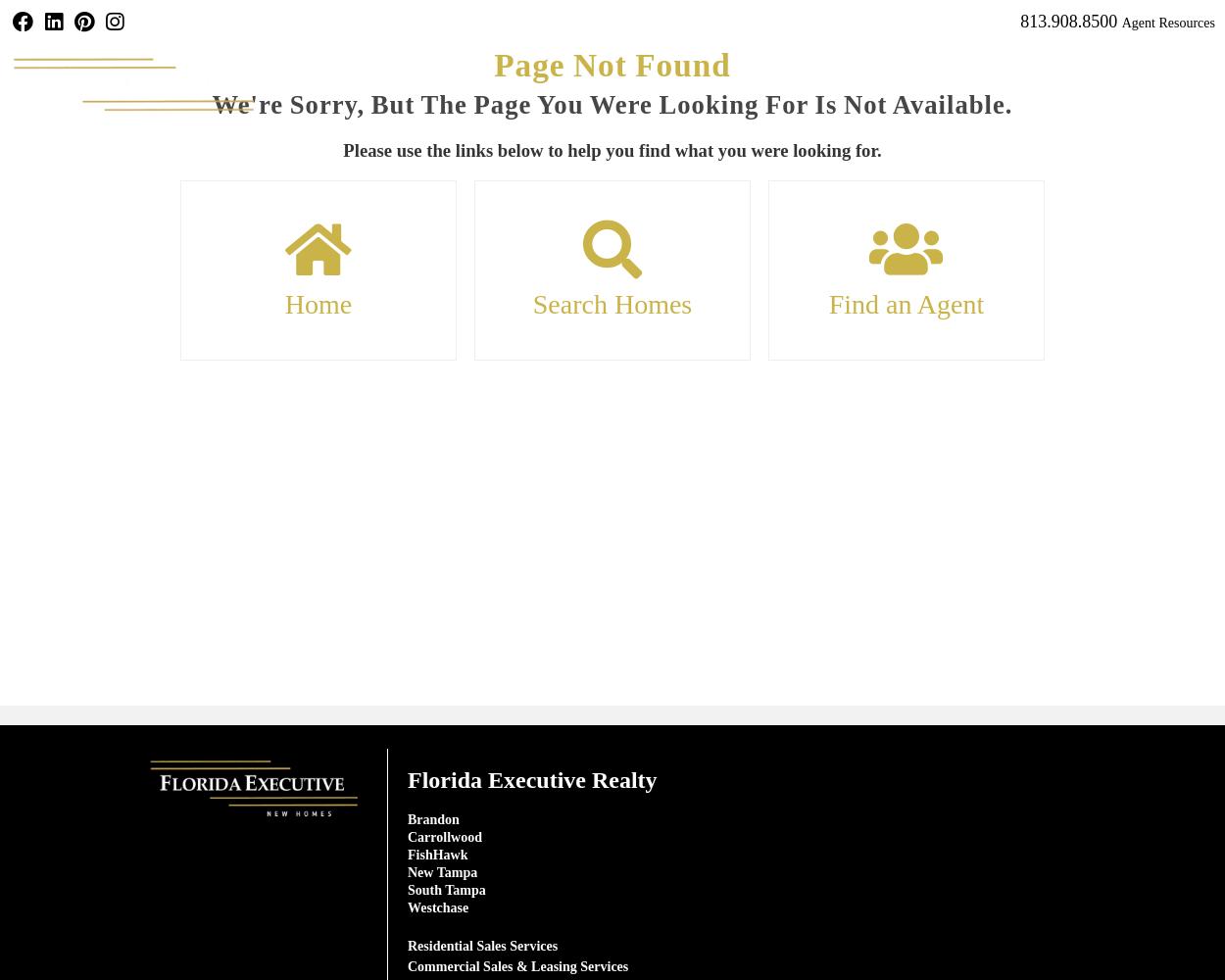 This screenshot has width=1225, height=980. What do you see at coordinates (1067, 22) in the screenshot?
I see `'813.908.8500'` at bounding box center [1067, 22].